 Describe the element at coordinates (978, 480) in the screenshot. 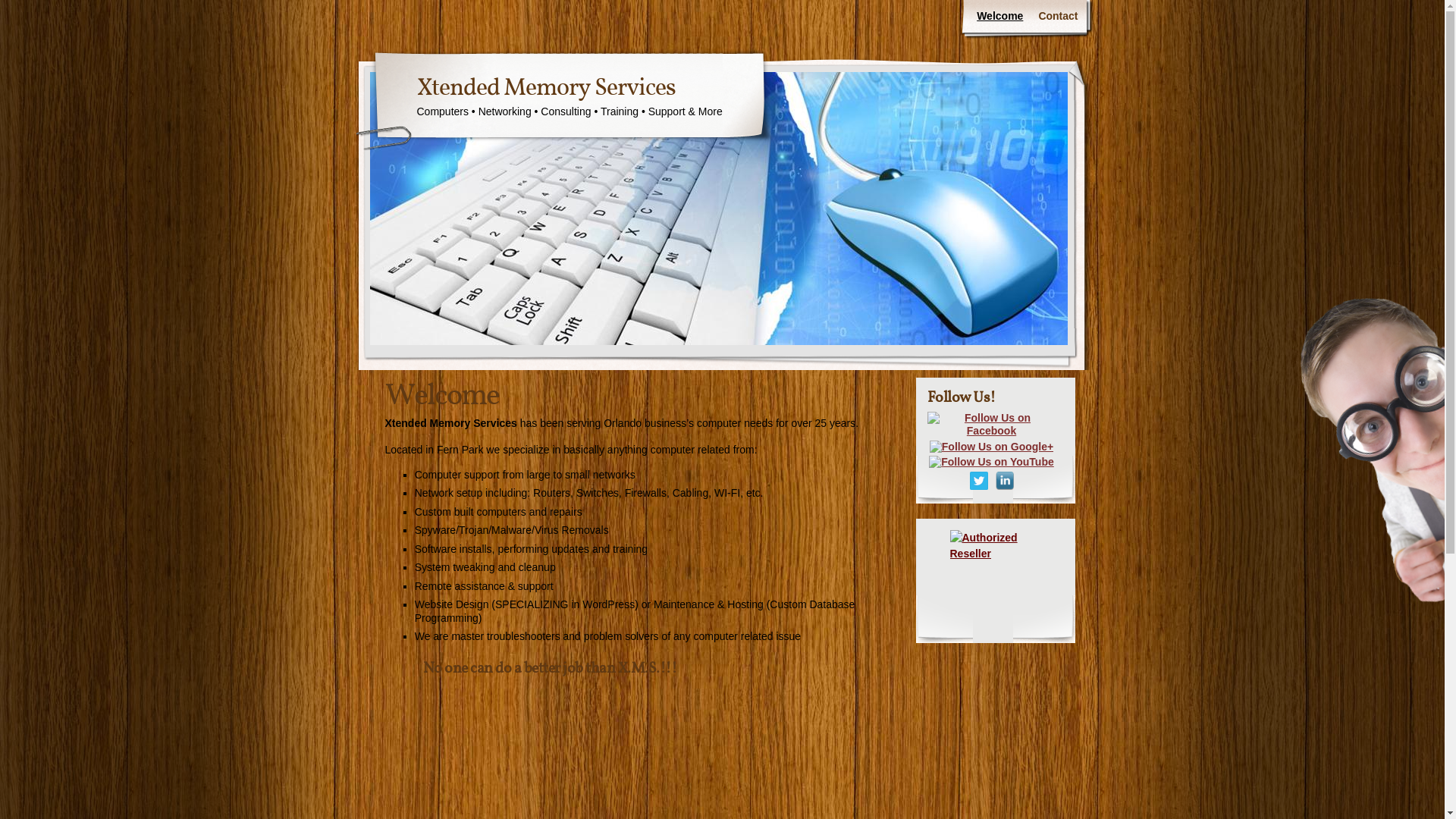

I see `'Follow Us on Twitter'` at that location.